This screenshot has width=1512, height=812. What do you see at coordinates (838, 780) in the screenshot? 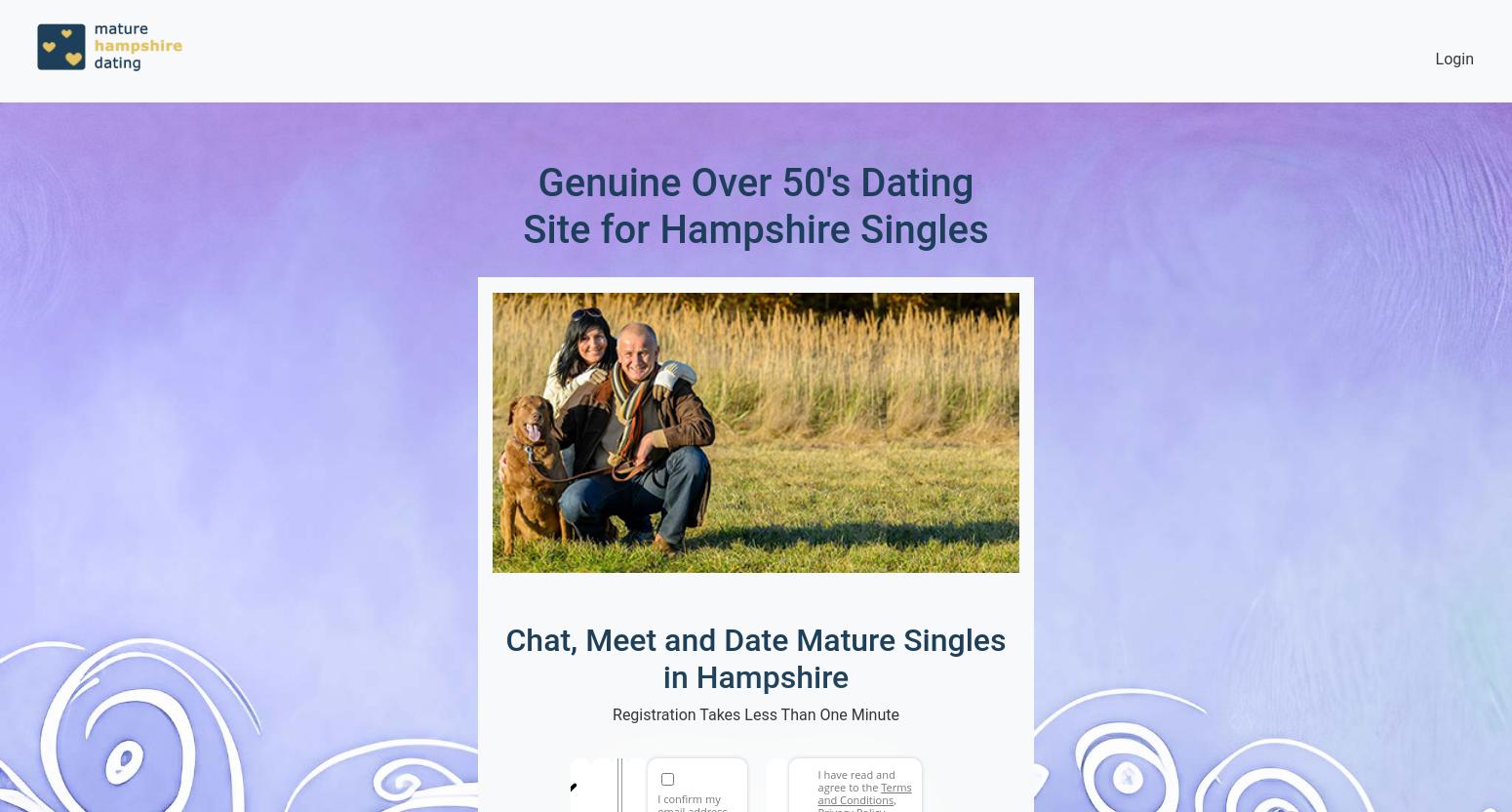
I see `'Password (8 or more characters)'` at bounding box center [838, 780].